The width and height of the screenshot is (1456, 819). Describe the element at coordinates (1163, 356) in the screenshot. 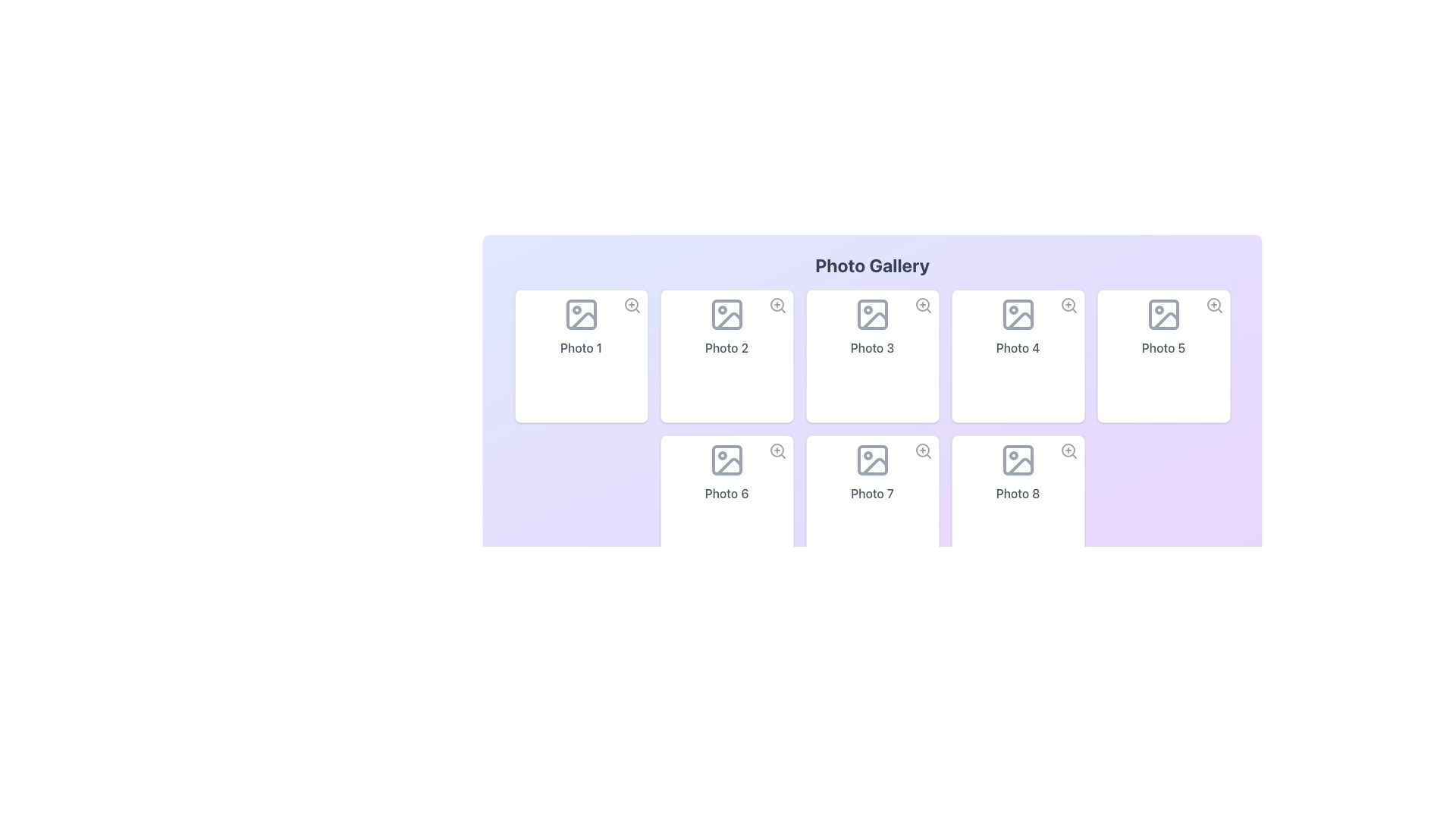

I see `the interactive card element labeled 'Photo 5' located in the top-right position of the first row in the 'Photo Gallery' grid` at that location.